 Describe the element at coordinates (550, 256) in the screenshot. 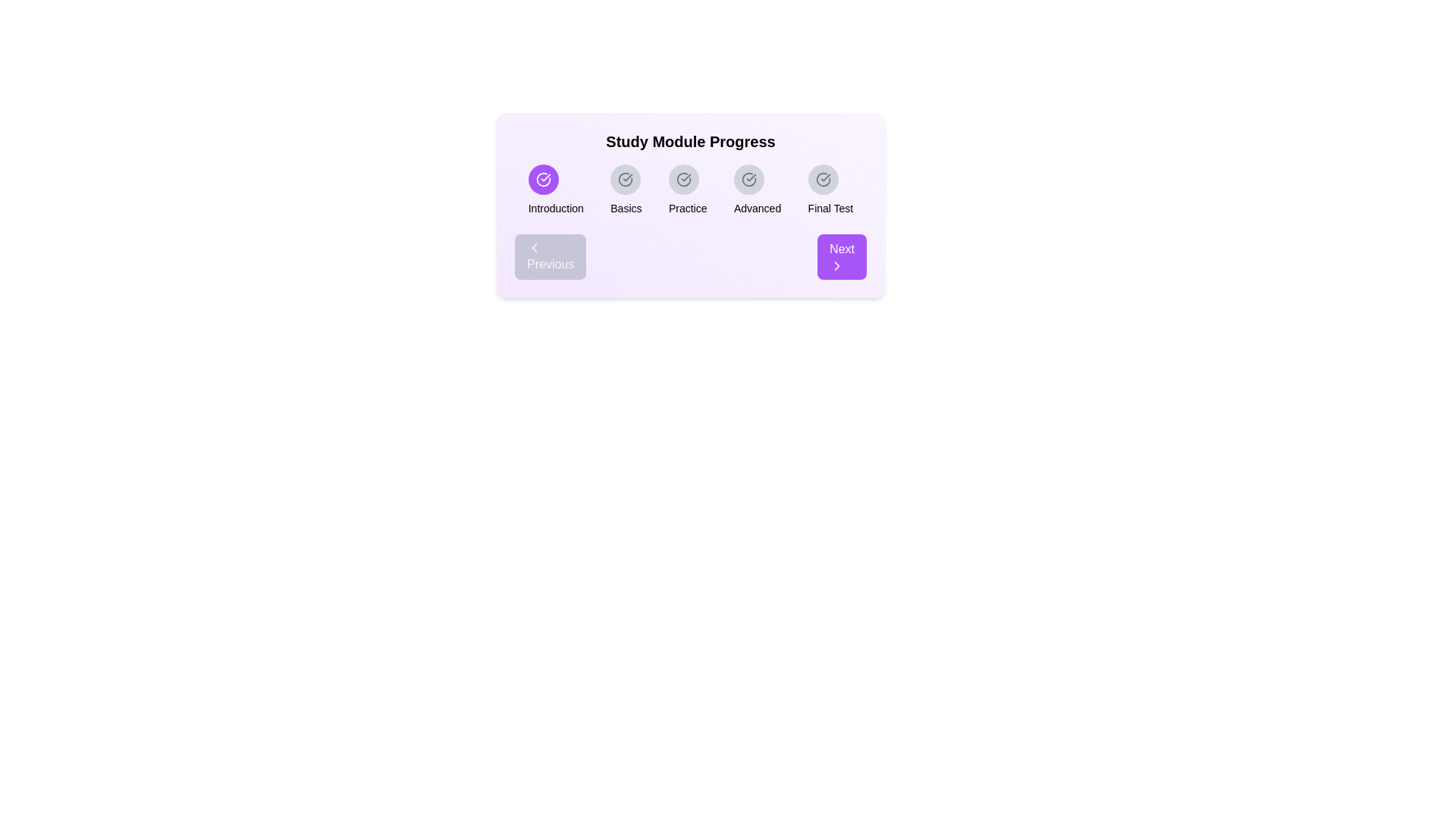

I see `the 'Previous' button located at the bottom-left corner of the main progress tracking interface` at that location.